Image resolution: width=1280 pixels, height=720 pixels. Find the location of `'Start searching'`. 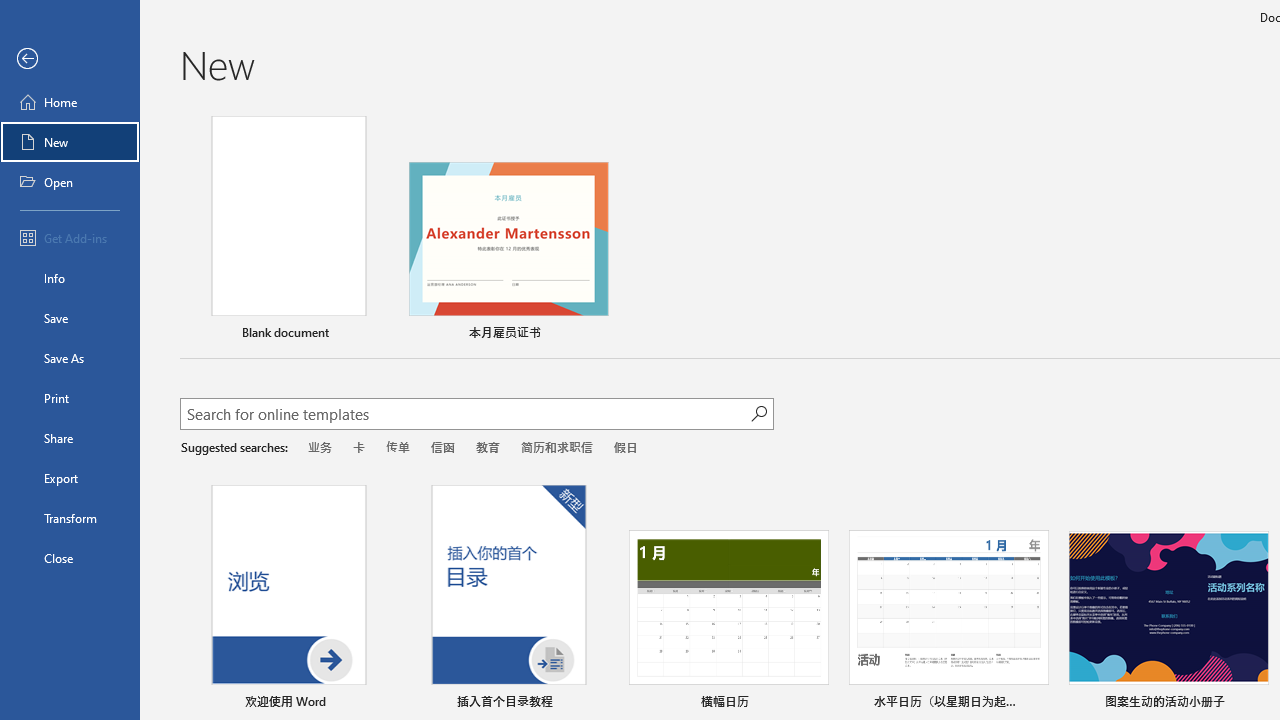

'Start searching' is located at coordinates (758, 412).